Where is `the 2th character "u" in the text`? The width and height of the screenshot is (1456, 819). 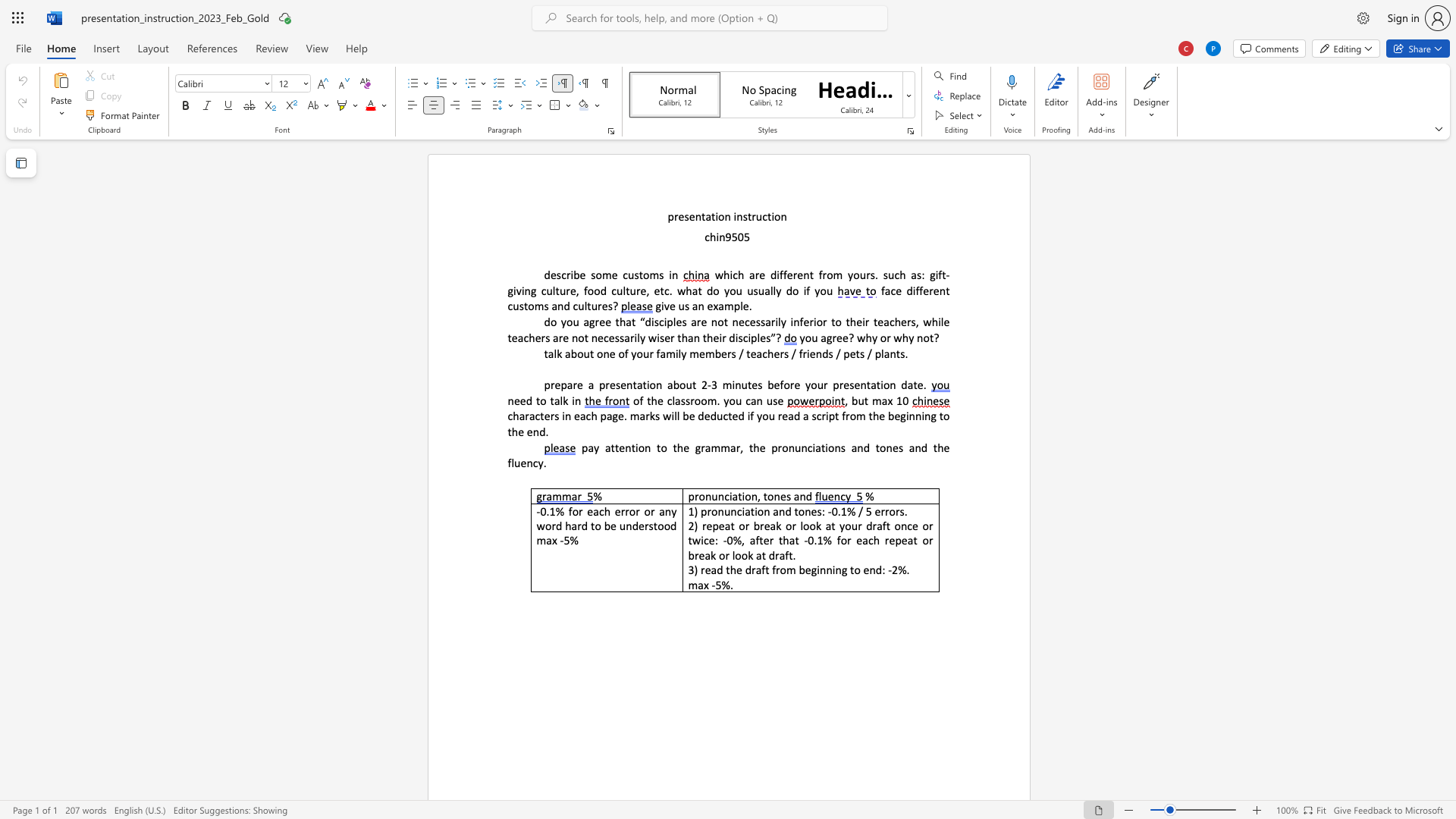
the 2th character "u" in the text is located at coordinates (580, 306).